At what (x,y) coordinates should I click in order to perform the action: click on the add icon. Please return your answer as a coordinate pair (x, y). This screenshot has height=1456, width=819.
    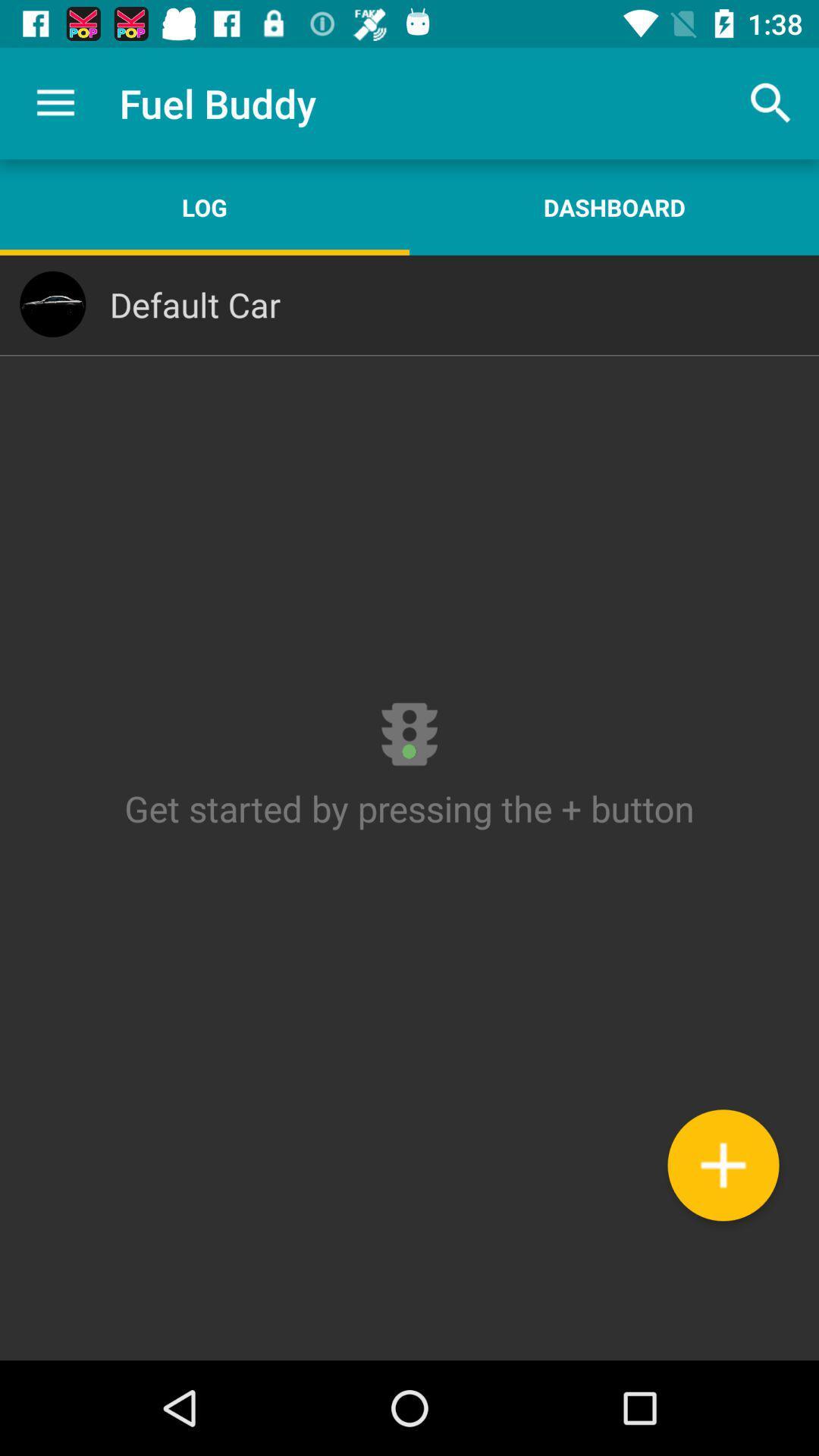
    Looking at the image, I should click on (722, 1164).